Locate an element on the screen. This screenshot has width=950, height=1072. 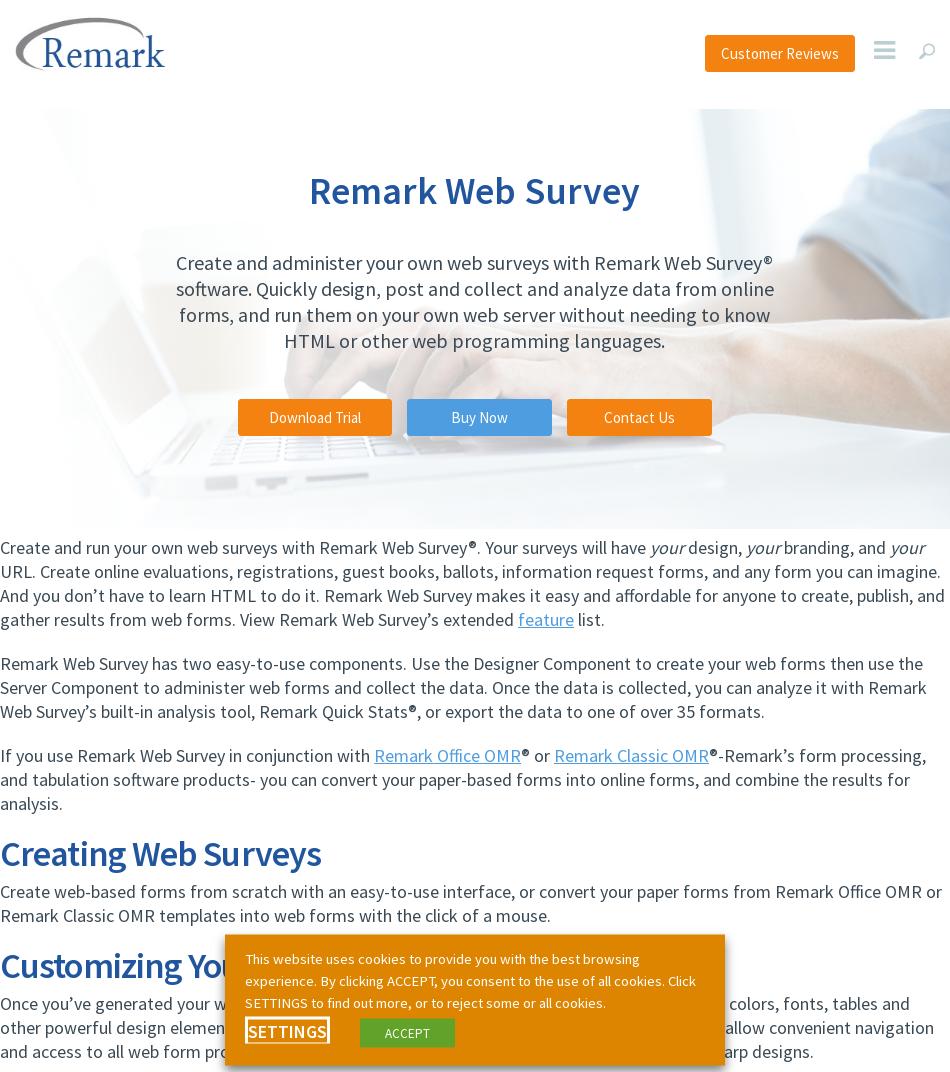
'Remark Web Survey' is located at coordinates (473, 189).